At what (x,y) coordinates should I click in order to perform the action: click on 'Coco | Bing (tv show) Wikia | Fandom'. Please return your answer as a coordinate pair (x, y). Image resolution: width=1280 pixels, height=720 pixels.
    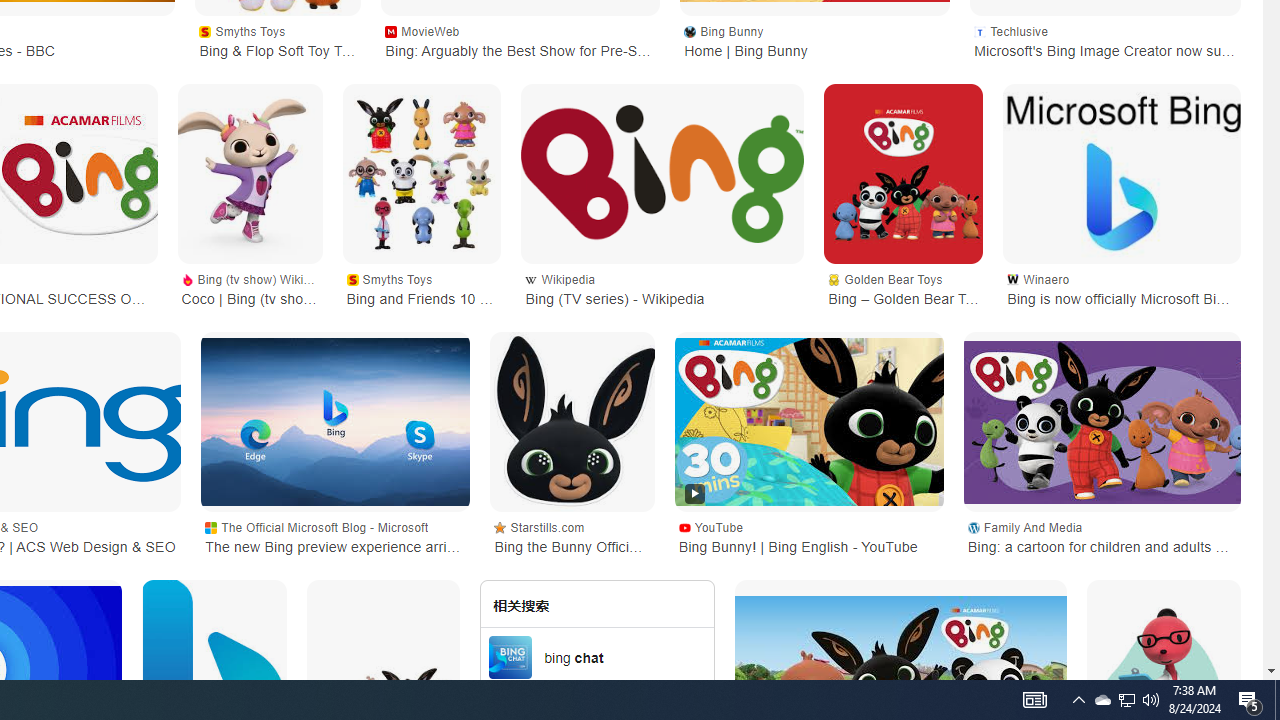
    Looking at the image, I should click on (248, 173).